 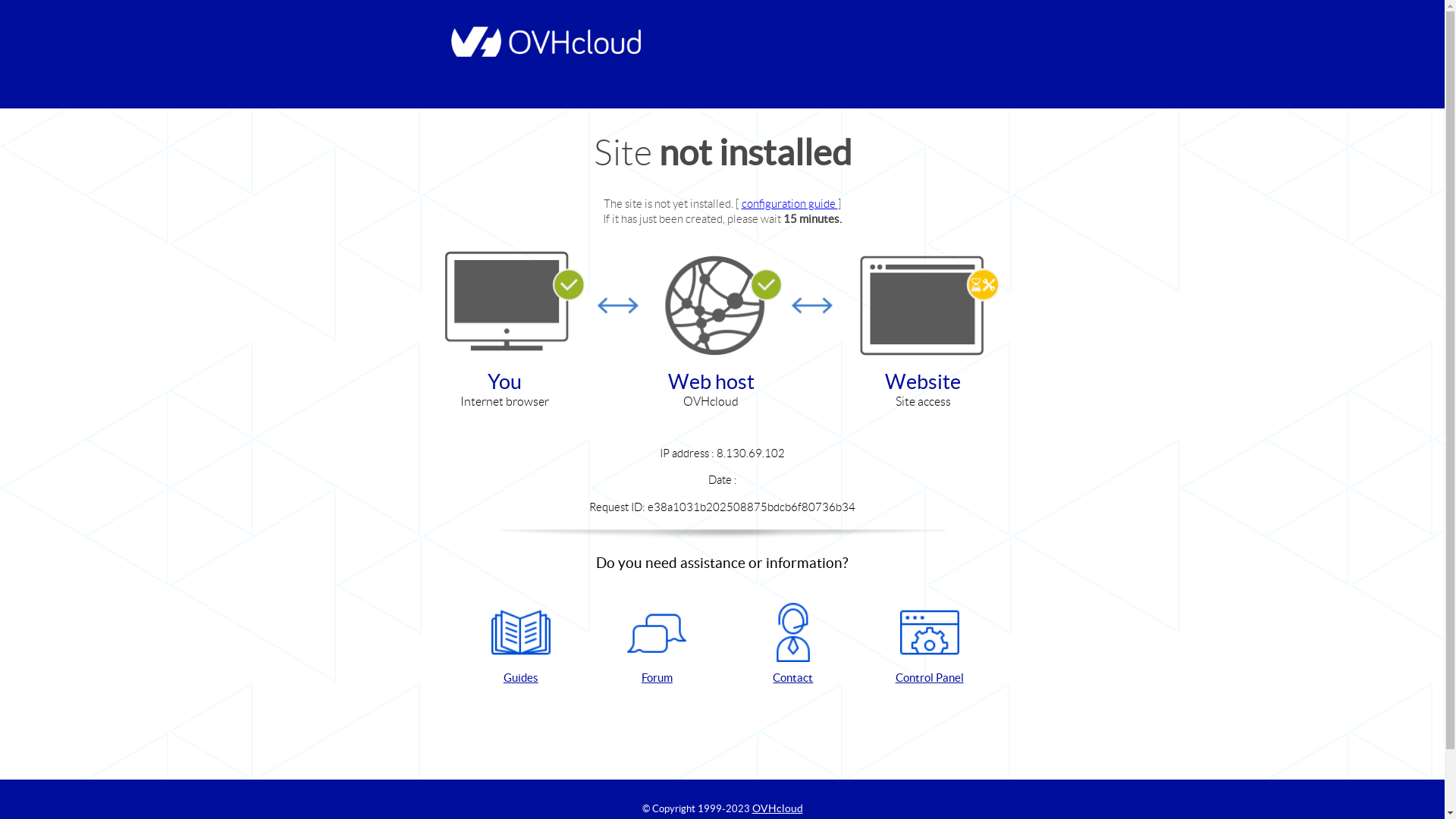 I want to click on 'configuration guide', so click(x=742, y=202).